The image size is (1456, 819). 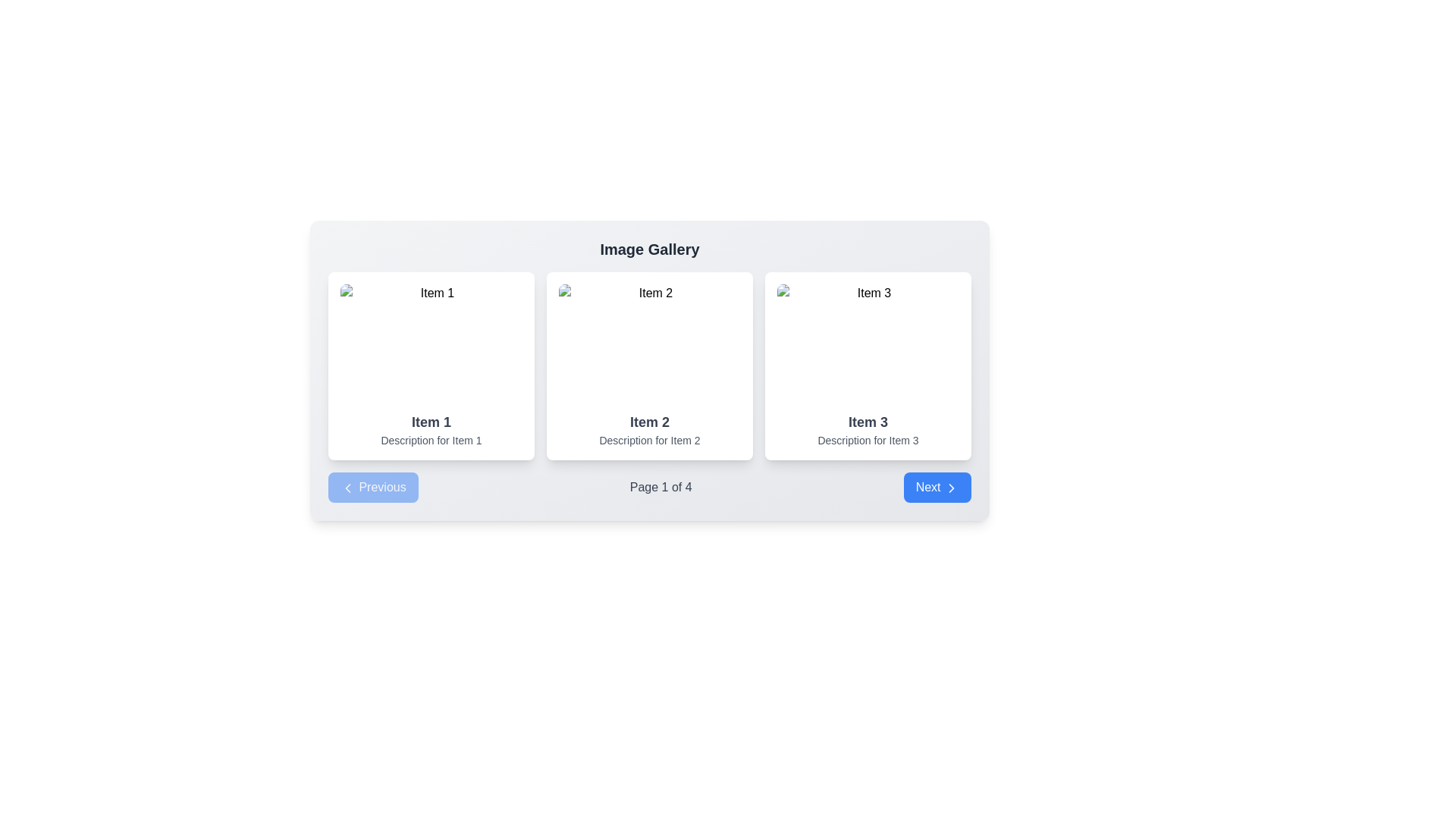 I want to click on 'Previous' button with a blue background and white text, located on the left side of the pagination control bar, for accessibility hints, so click(x=373, y=488).